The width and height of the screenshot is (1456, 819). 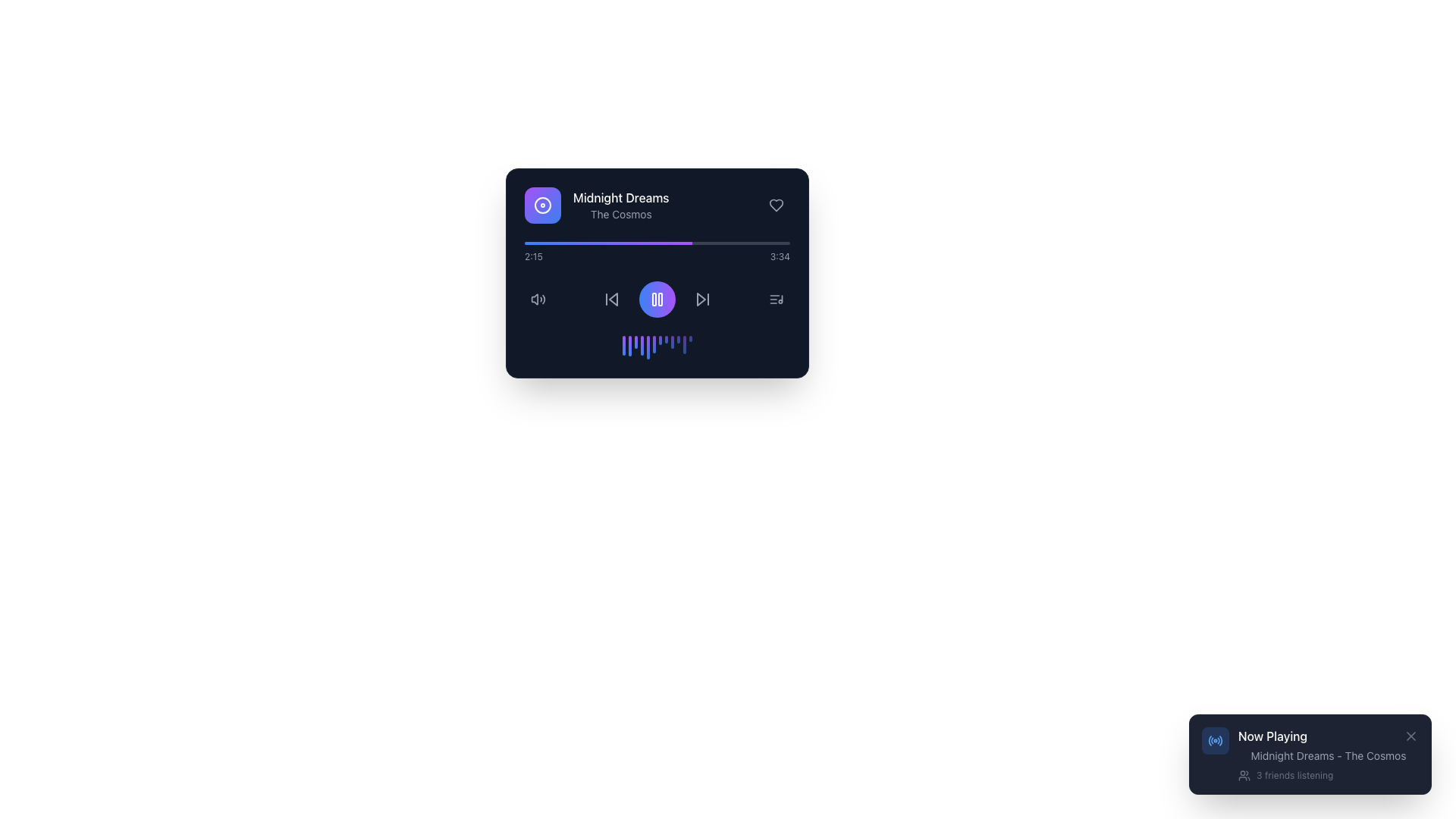 What do you see at coordinates (739, 242) in the screenshot?
I see `progress` at bounding box center [739, 242].